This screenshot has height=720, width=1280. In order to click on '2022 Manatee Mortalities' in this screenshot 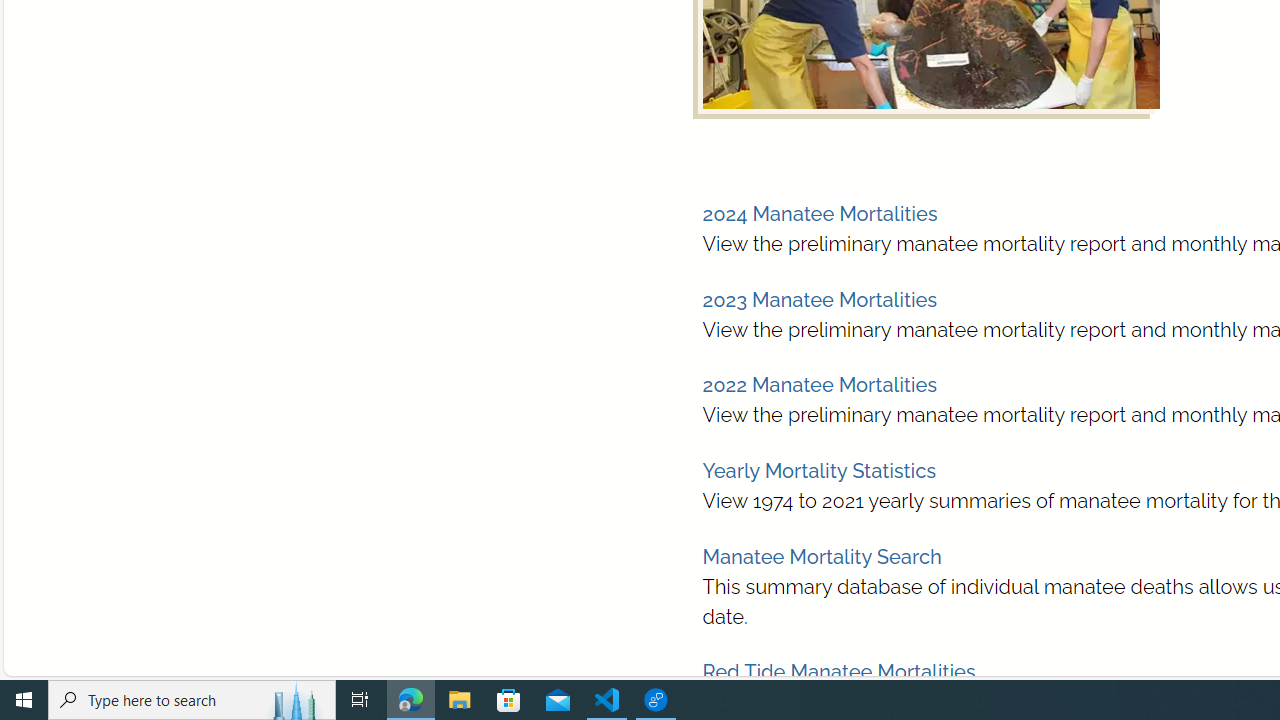, I will do `click(819, 385)`.